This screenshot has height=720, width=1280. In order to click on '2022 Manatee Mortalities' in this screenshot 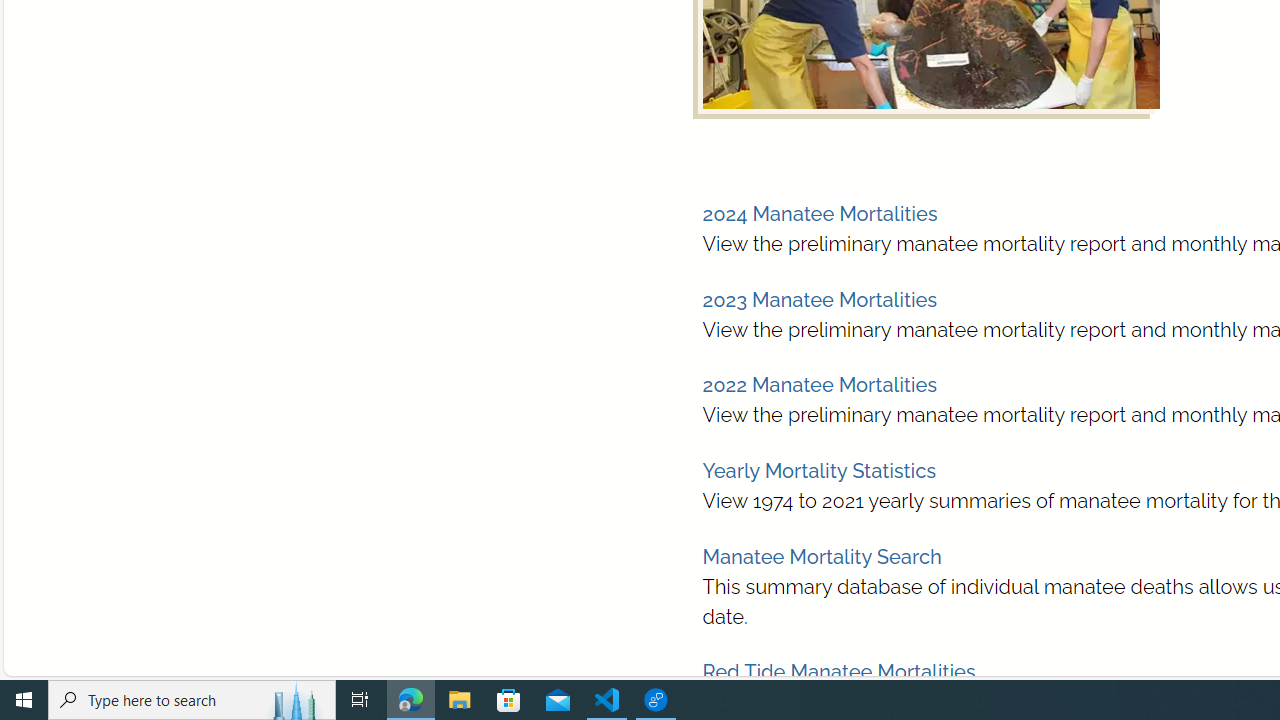, I will do `click(819, 385)`.